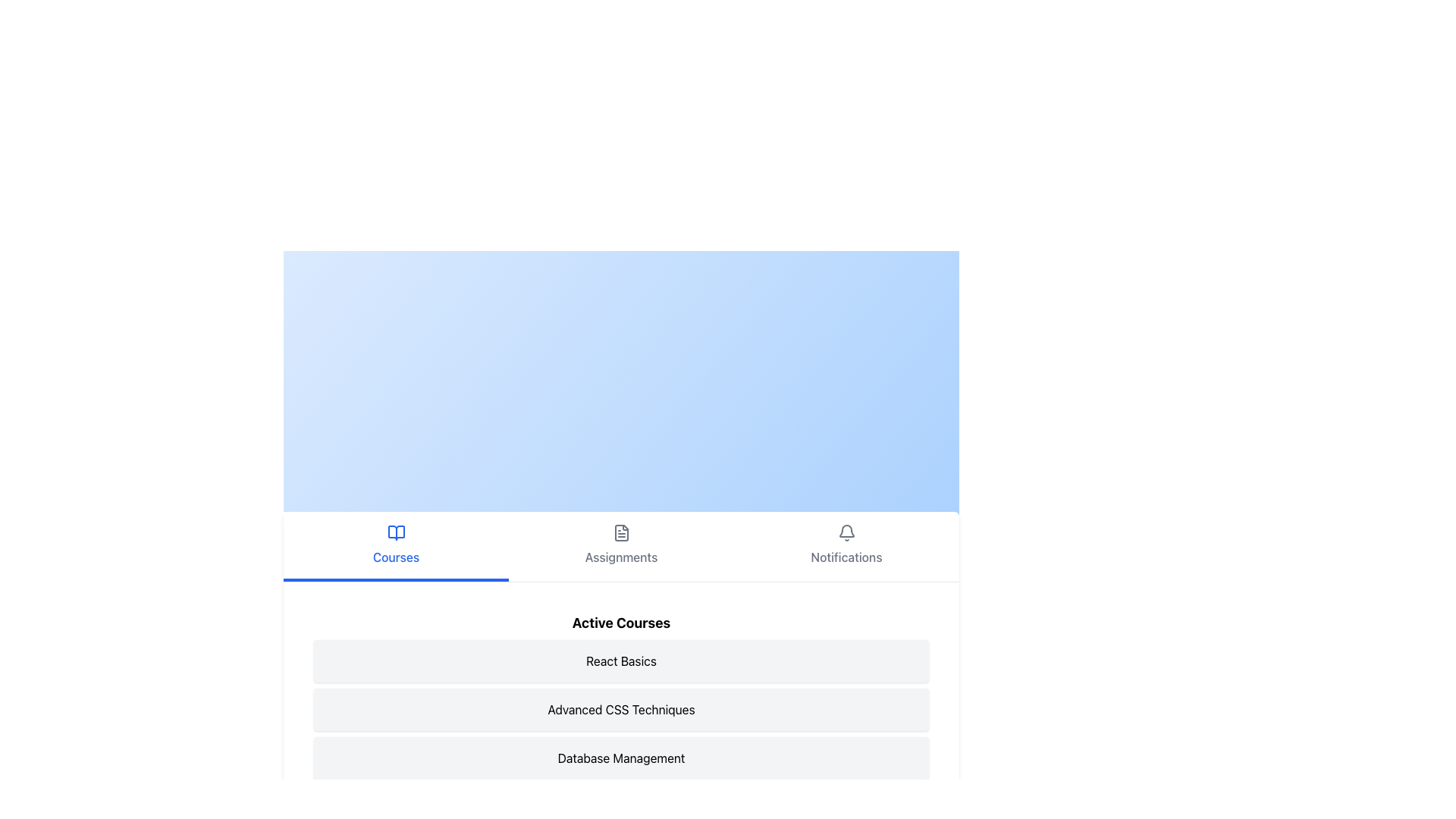 Image resolution: width=1456 pixels, height=819 pixels. I want to click on the notification bell icon located at the top-right of the navigation bar, so click(846, 532).